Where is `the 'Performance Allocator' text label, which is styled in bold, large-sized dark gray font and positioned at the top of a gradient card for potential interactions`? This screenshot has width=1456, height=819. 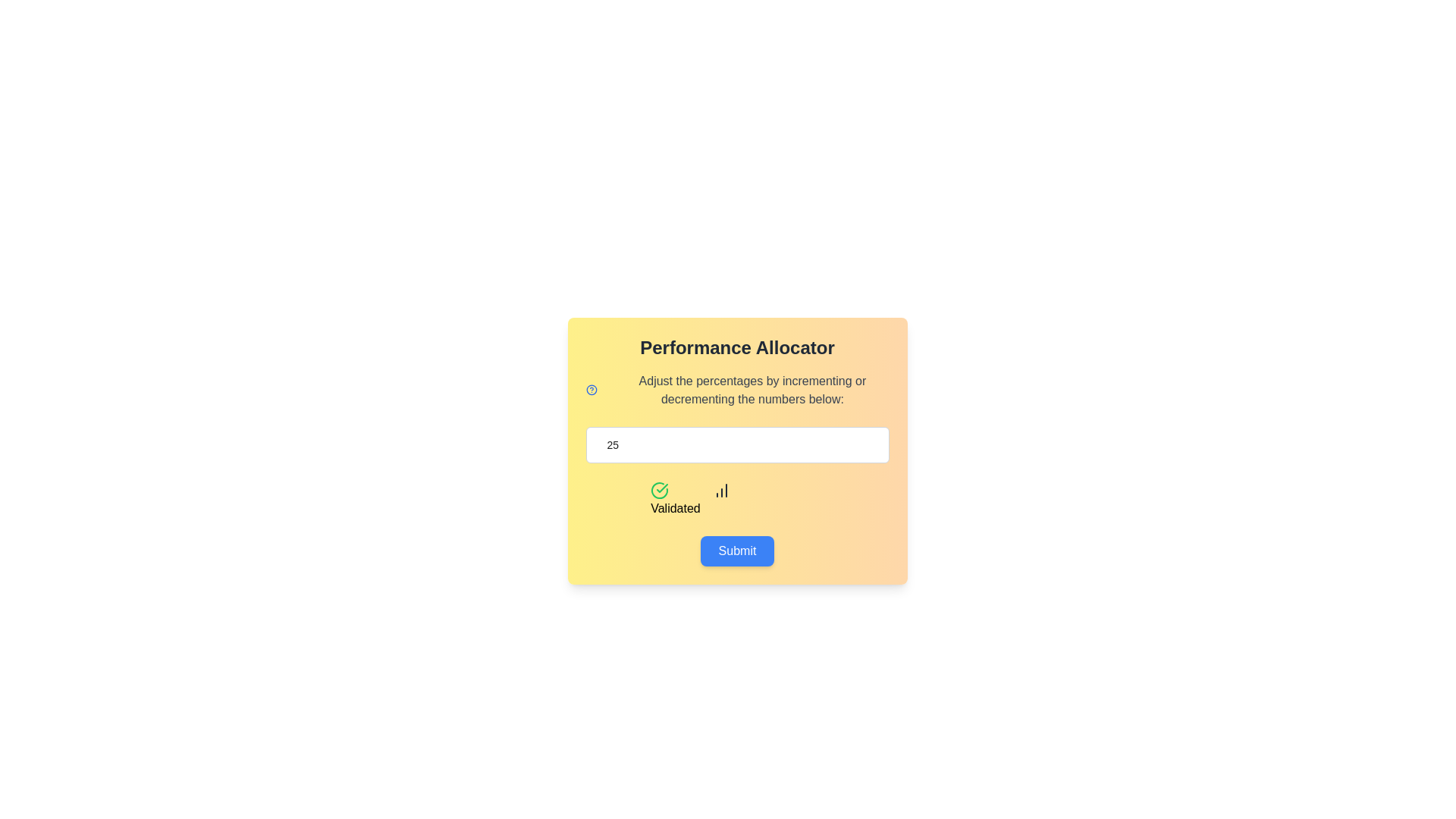
the 'Performance Allocator' text label, which is styled in bold, large-sized dark gray font and positioned at the top of a gradient card for potential interactions is located at coordinates (737, 348).